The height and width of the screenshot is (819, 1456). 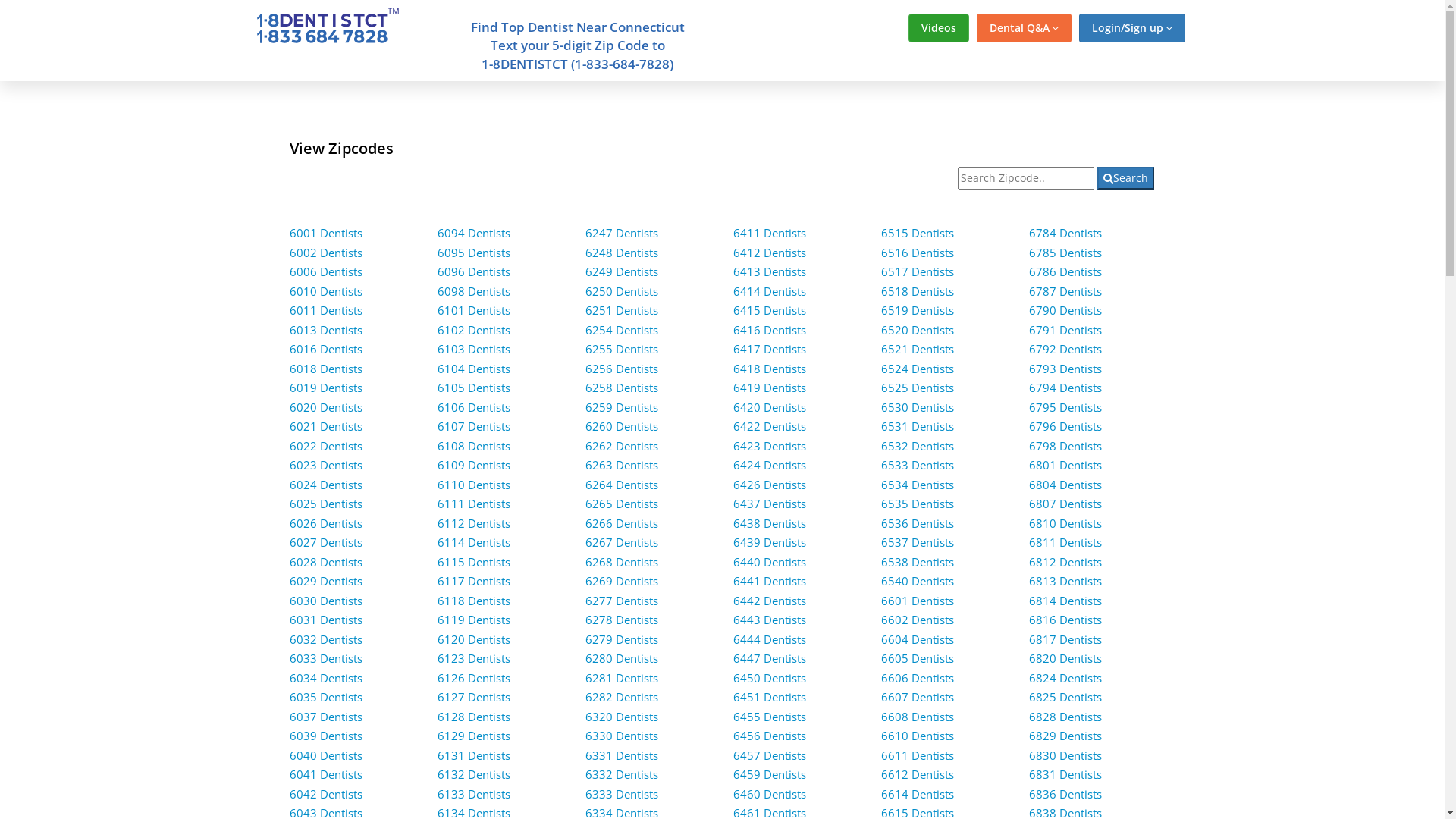 What do you see at coordinates (622, 561) in the screenshot?
I see `'6268 Dentists'` at bounding box center [622, 561].